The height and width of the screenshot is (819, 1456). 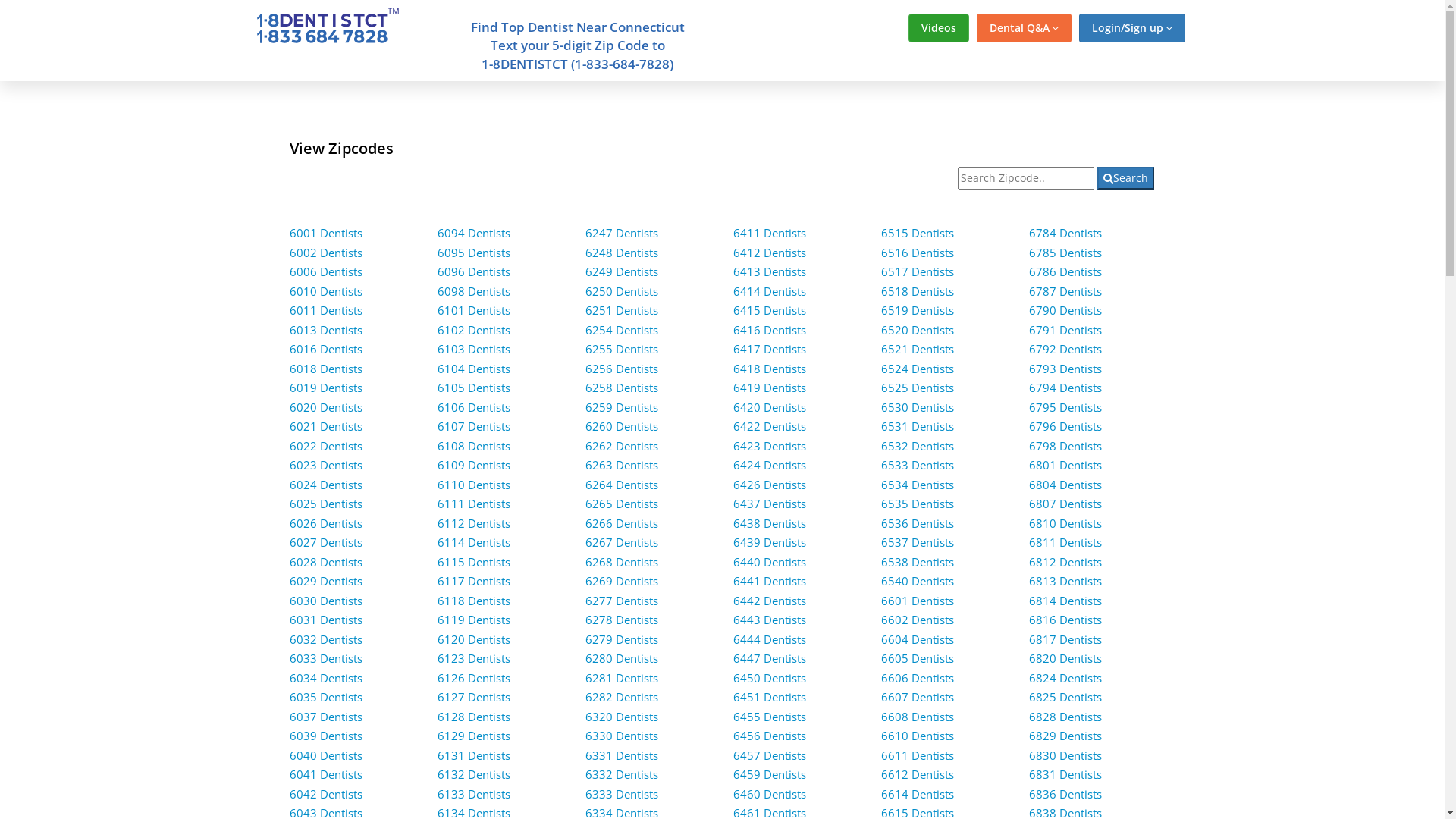 What do you see at coordinates (622, 561) in the screenshot?
I see `'6268 Dentists'` at bounding box center [622, 561].